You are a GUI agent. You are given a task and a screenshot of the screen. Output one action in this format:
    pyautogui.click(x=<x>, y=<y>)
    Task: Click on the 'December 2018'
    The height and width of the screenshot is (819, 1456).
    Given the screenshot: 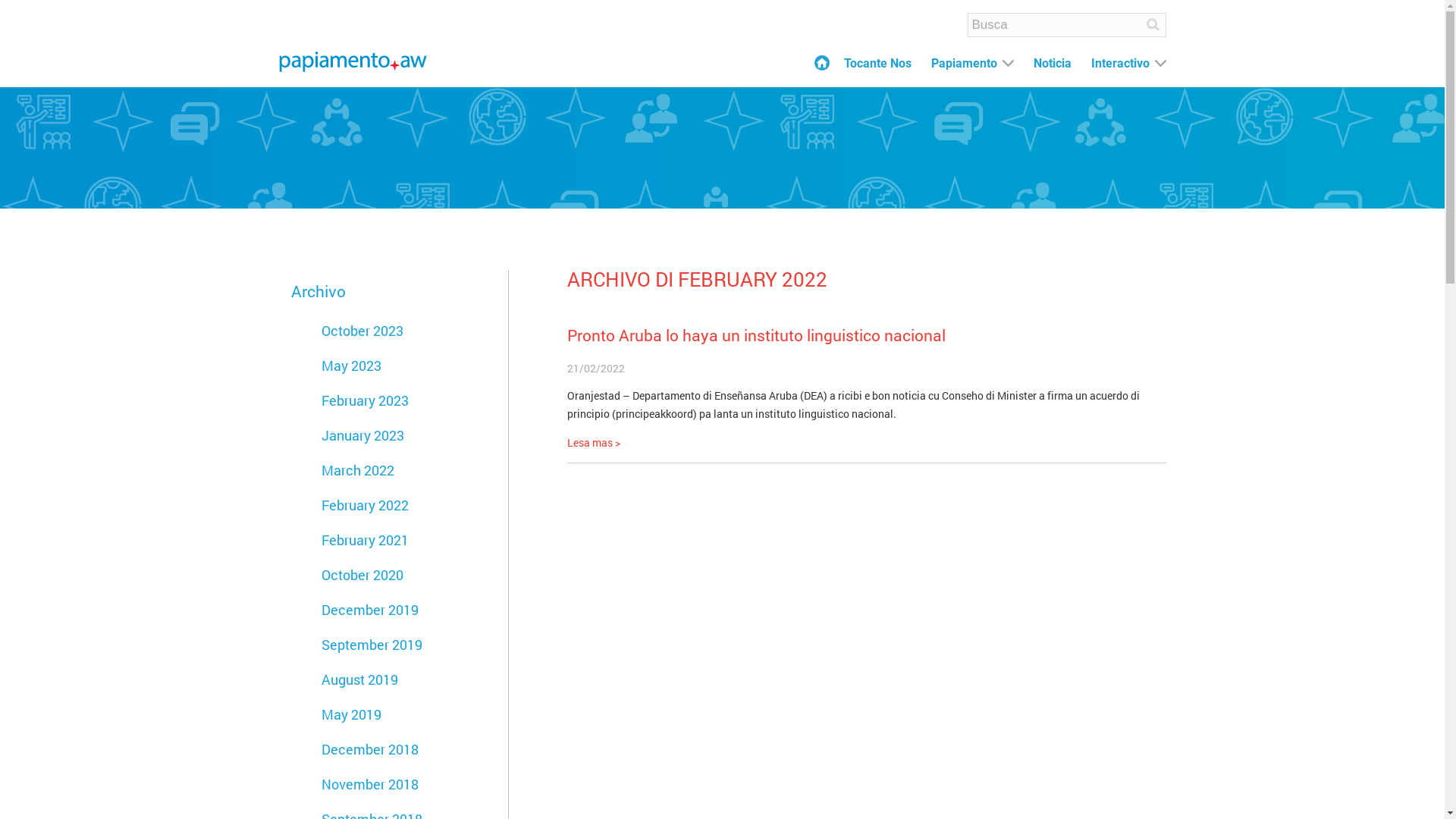 What is the action you would take?
    pyautogui.click(x=370, y=748)
    